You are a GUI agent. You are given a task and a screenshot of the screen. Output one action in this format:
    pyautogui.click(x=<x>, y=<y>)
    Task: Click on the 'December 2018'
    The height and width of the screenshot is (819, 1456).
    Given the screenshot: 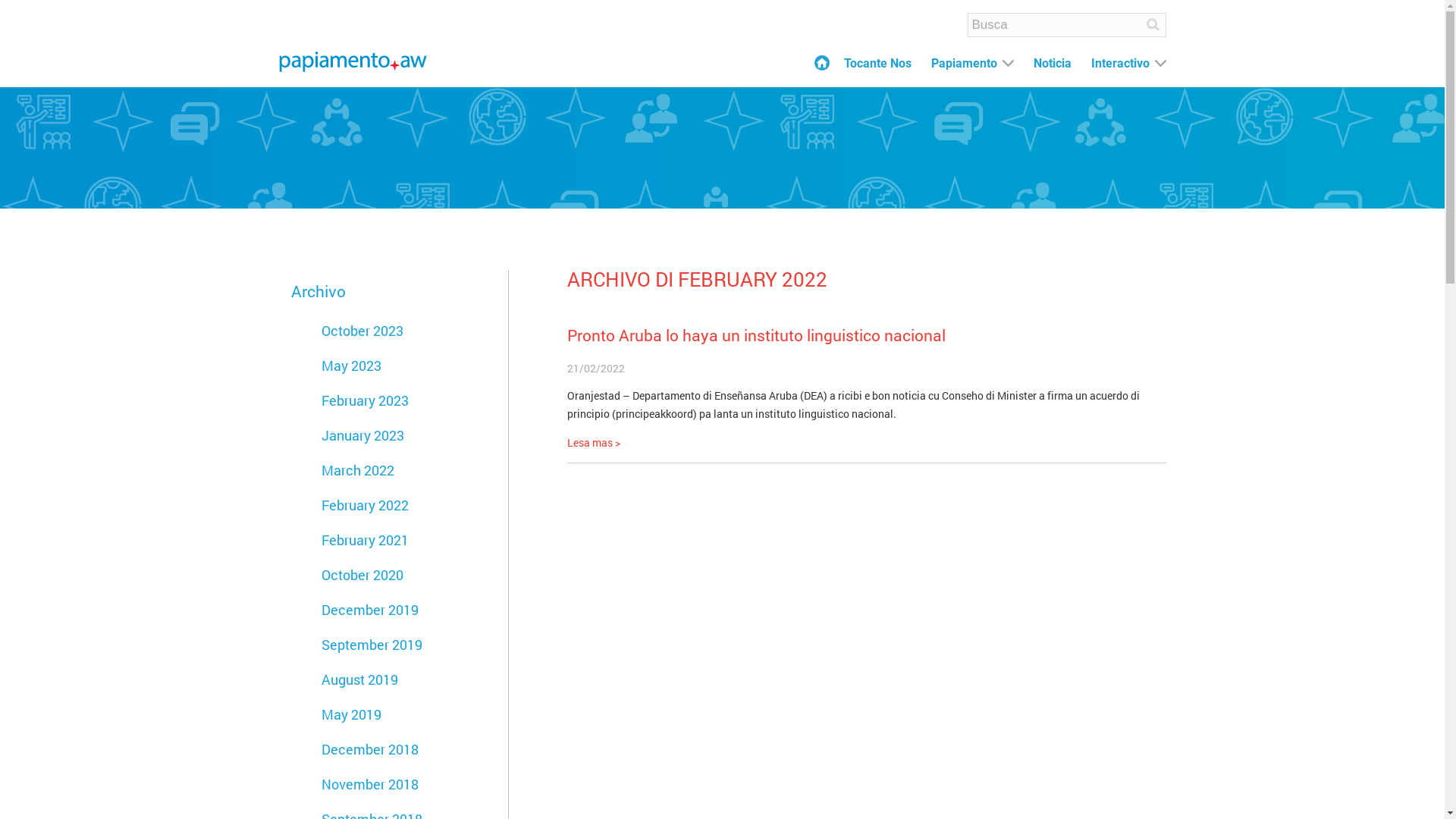 What is the action you would take?
    pyautogui.click(x=370, y=748)
    